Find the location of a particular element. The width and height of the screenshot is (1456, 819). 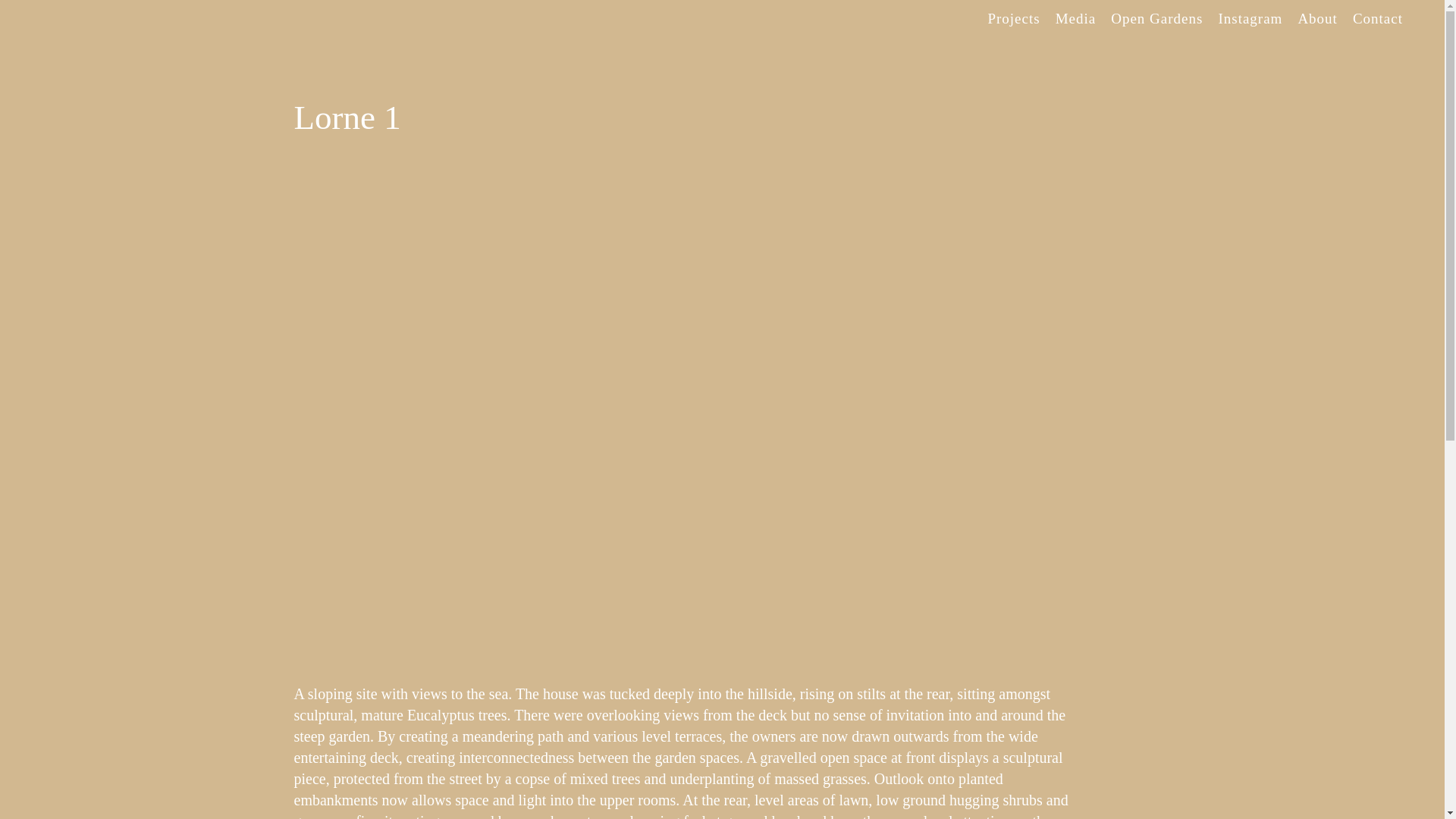

'Instagram' is located at coordinates (1250, 18).